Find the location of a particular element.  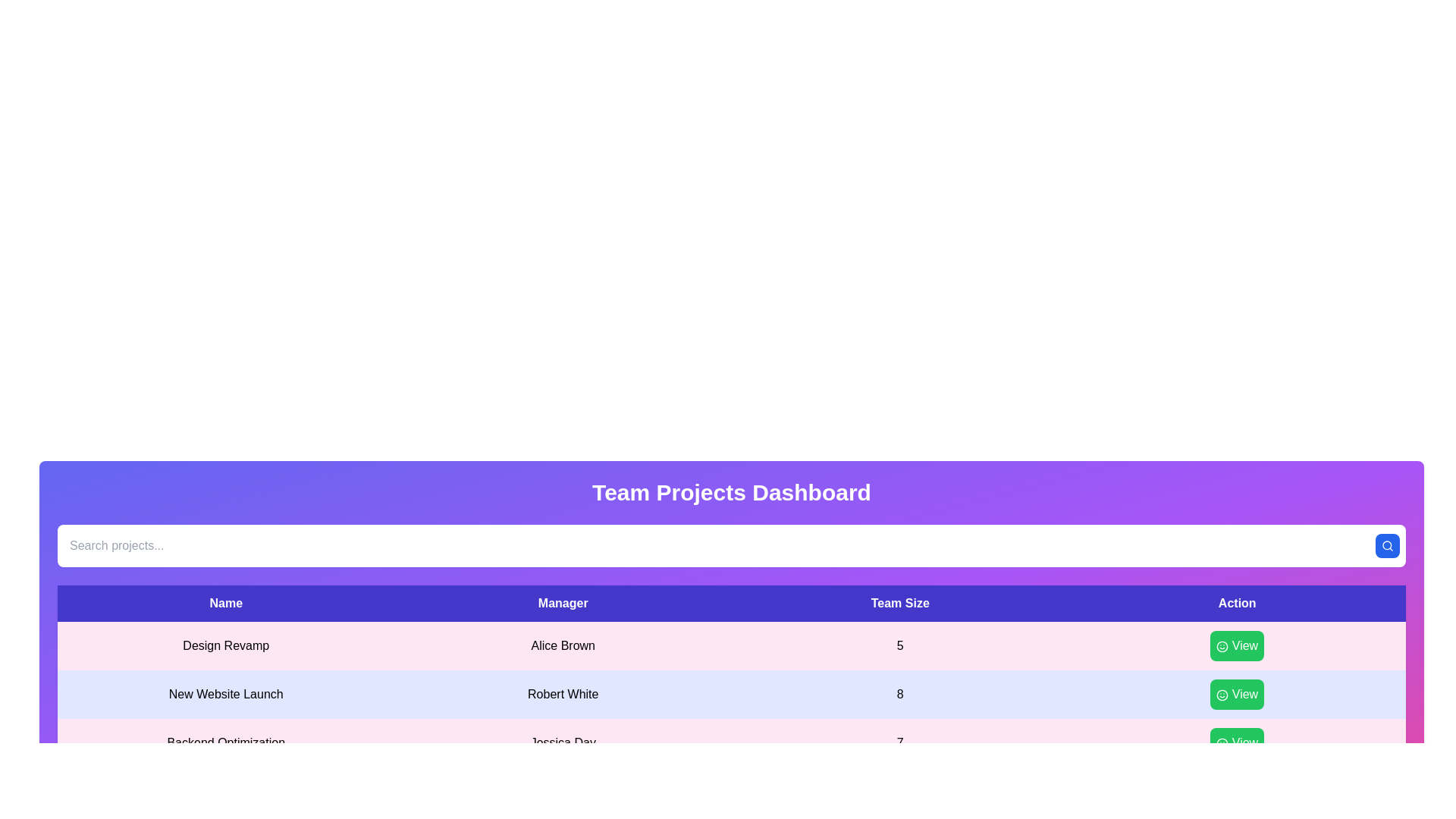

the text label 'Alice Brown' in the Manager column of the 'Design Revamp' project row, which has a light pink background is located at coordinates (562, 646).